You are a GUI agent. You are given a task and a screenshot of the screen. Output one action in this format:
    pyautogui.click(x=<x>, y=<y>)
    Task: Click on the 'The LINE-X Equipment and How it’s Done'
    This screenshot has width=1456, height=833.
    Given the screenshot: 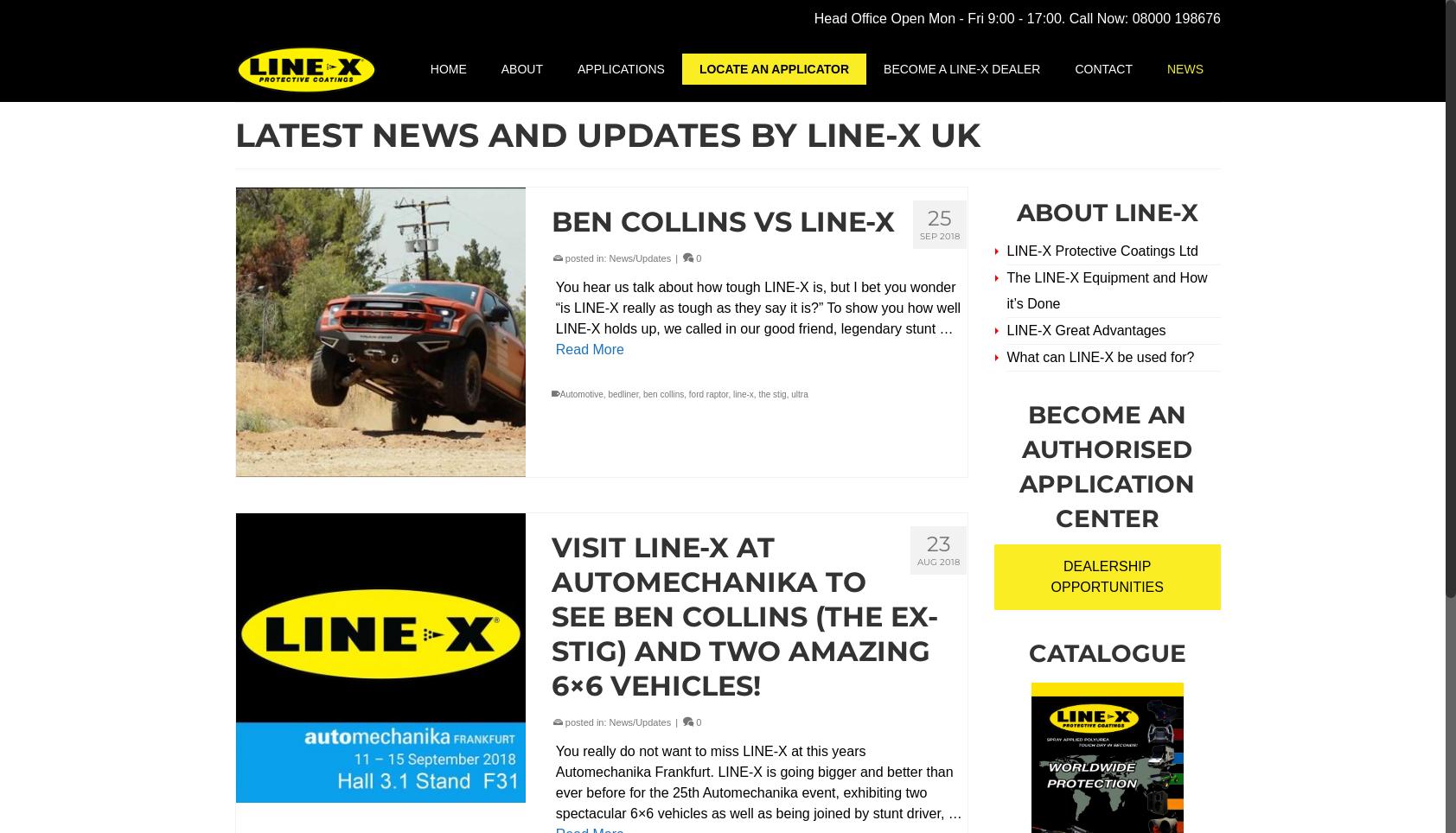 What is the action you would take?
    pyautogui.click(x=1106, y=289)
    